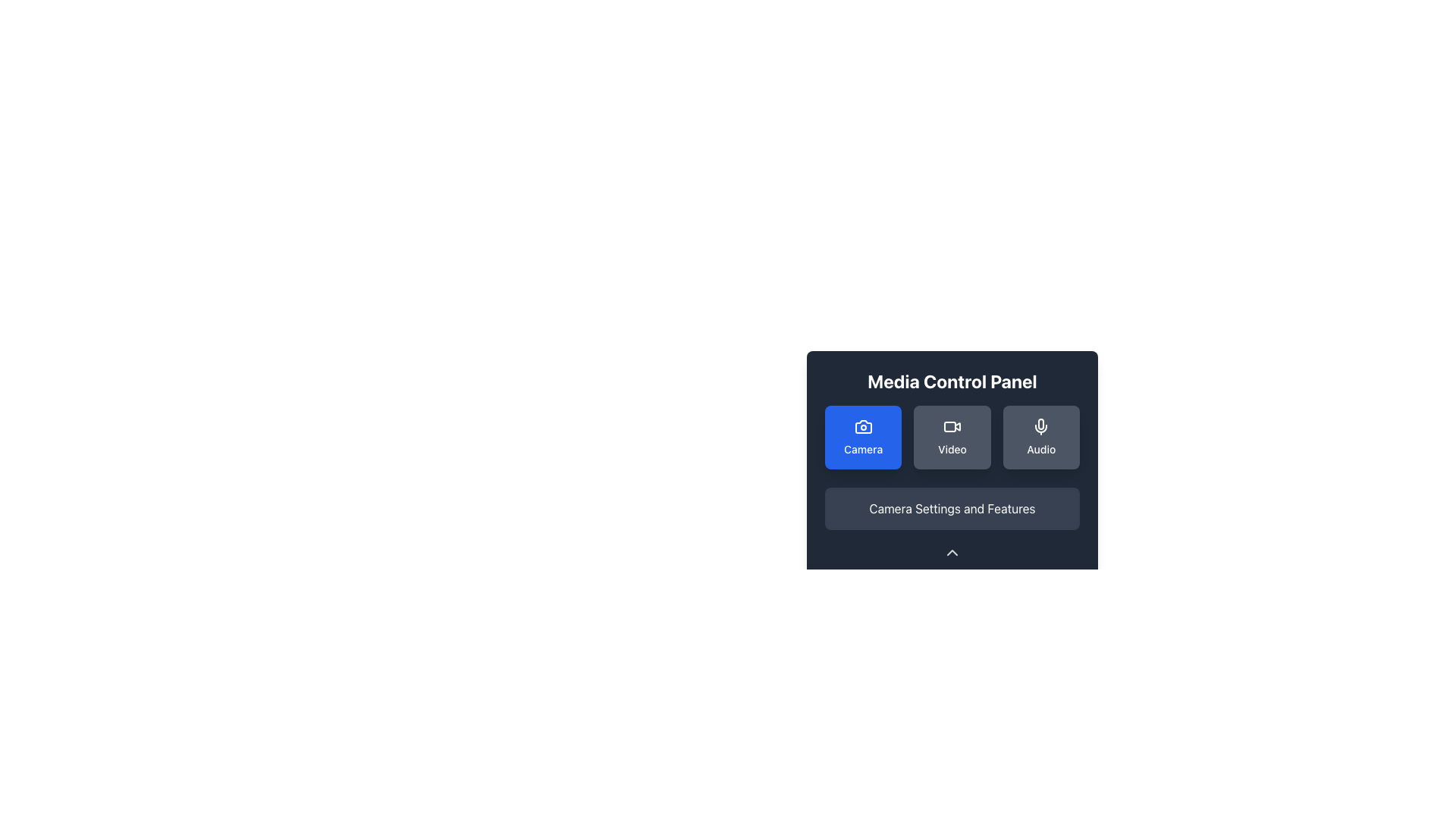 Image resolution: width=1456 pixels, height=819 pixels. I want to click on the blue rectangular button with a camera icon and 'Camera' text, so click(863, 438).